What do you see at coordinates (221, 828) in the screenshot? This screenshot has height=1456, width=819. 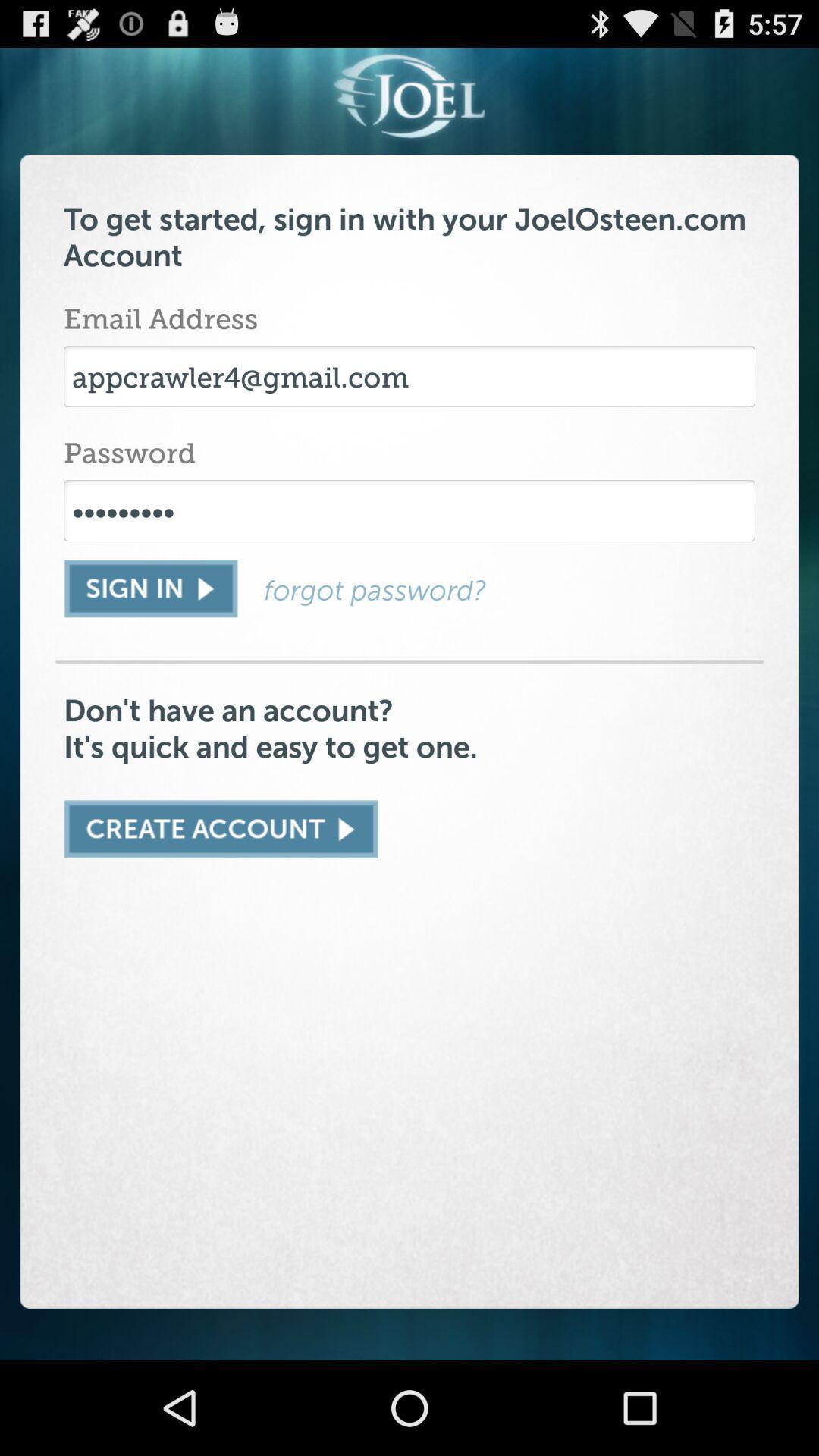 I see `an account` at bounding box center [221, 828].